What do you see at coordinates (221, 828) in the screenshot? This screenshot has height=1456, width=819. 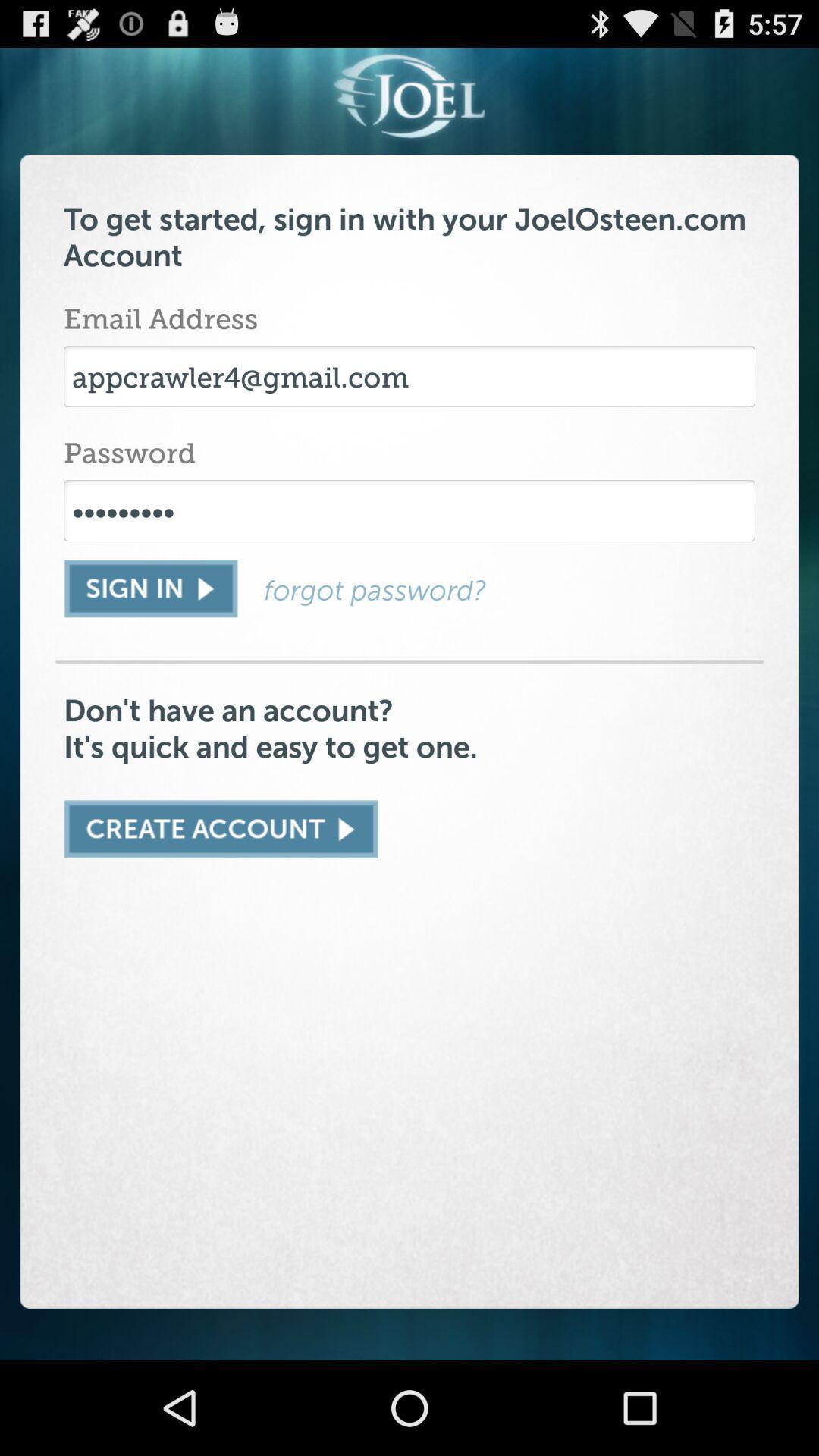 I see `an account` at bounding box center [221, 828].